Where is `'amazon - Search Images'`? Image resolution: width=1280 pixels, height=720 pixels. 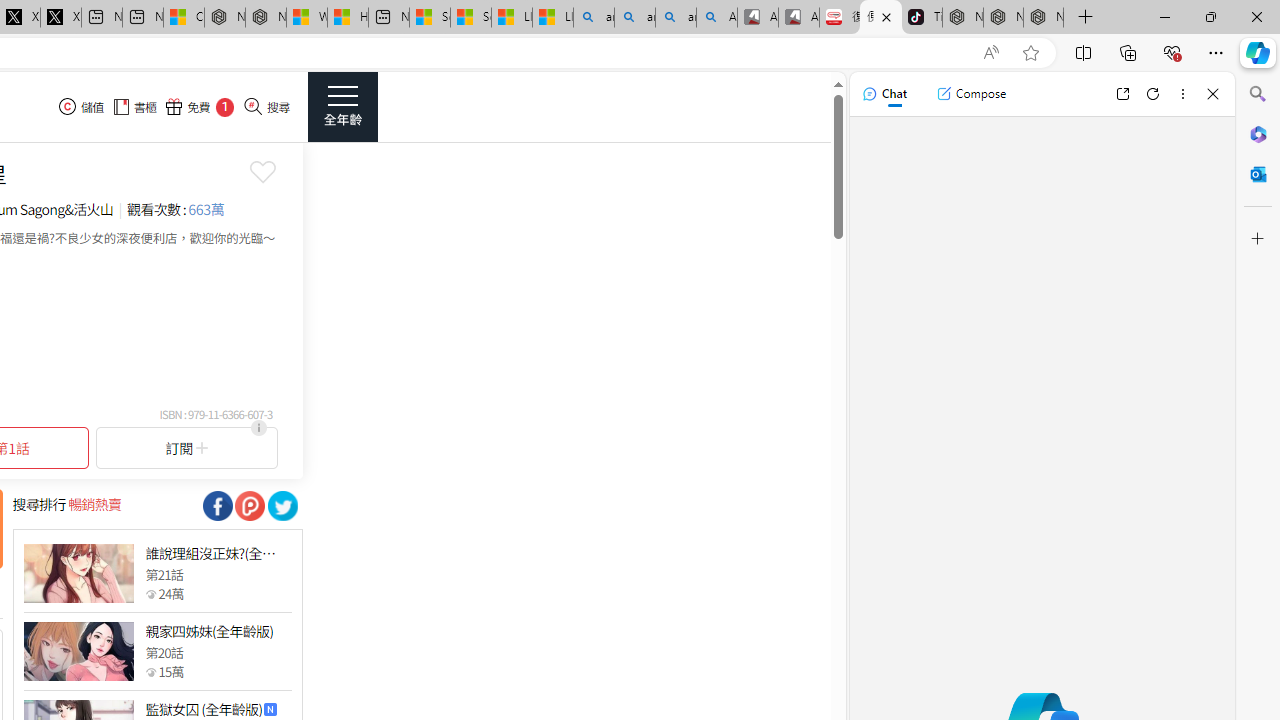 'amazon - Search Images' is located at coordinates (675, 17).